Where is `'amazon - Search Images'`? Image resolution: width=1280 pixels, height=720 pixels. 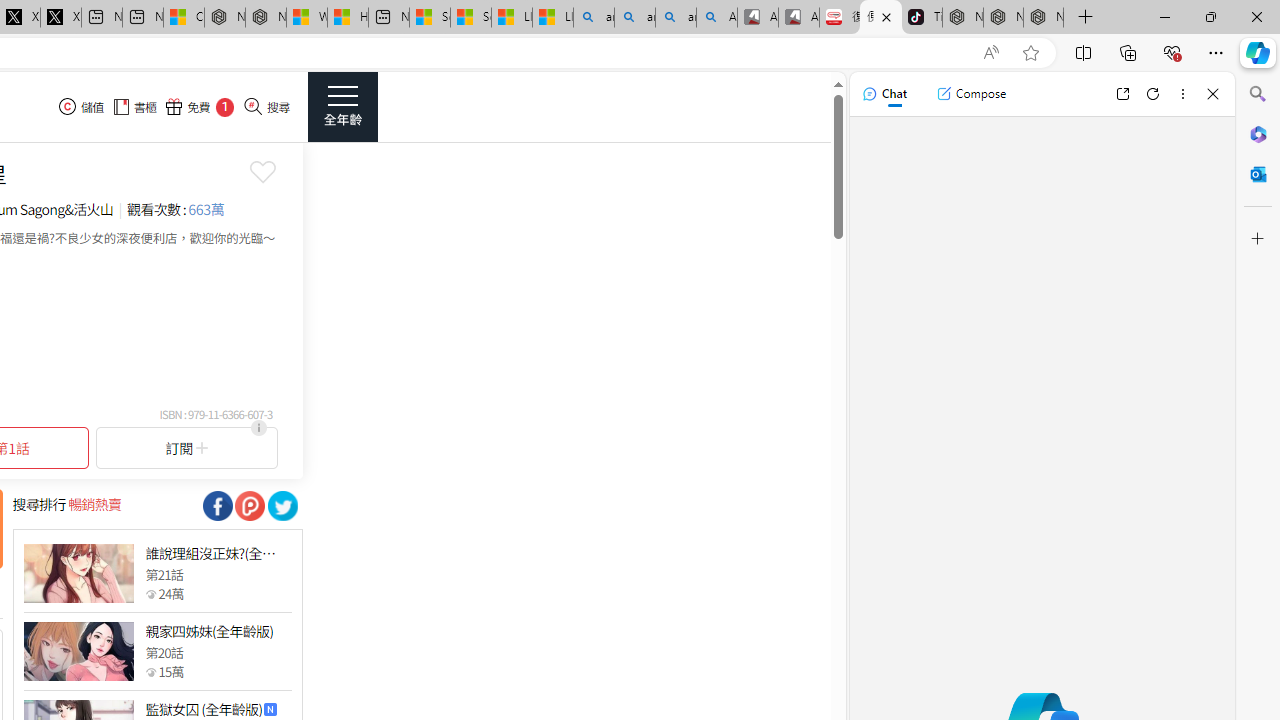 'amazon - Search Images' is located at coordinates (675, 17).